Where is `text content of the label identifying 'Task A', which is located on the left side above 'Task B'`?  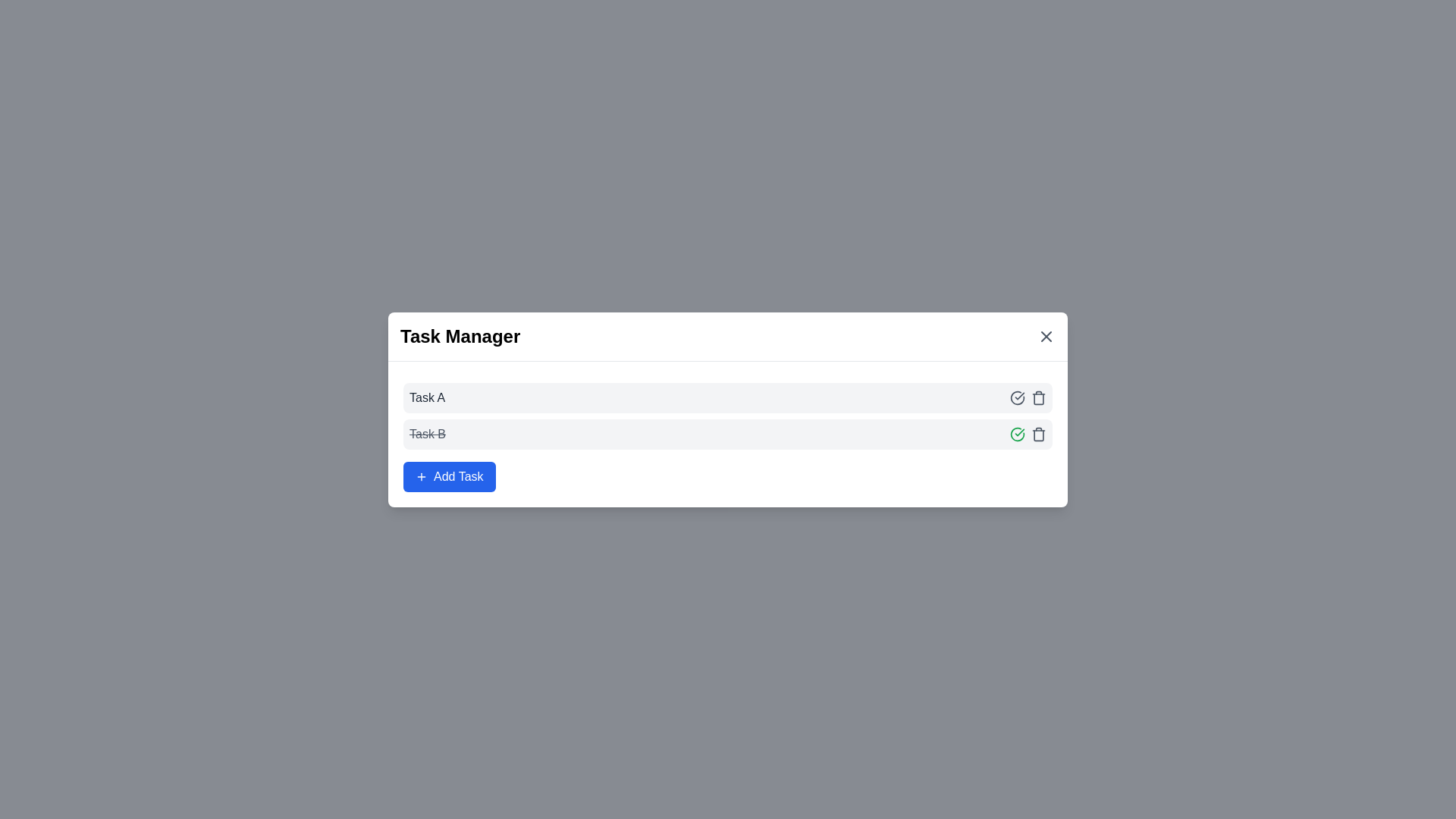 text content of the label identifying 'Task A', which is located on the left side above 'Task B' is located at coordinates (426, 397).